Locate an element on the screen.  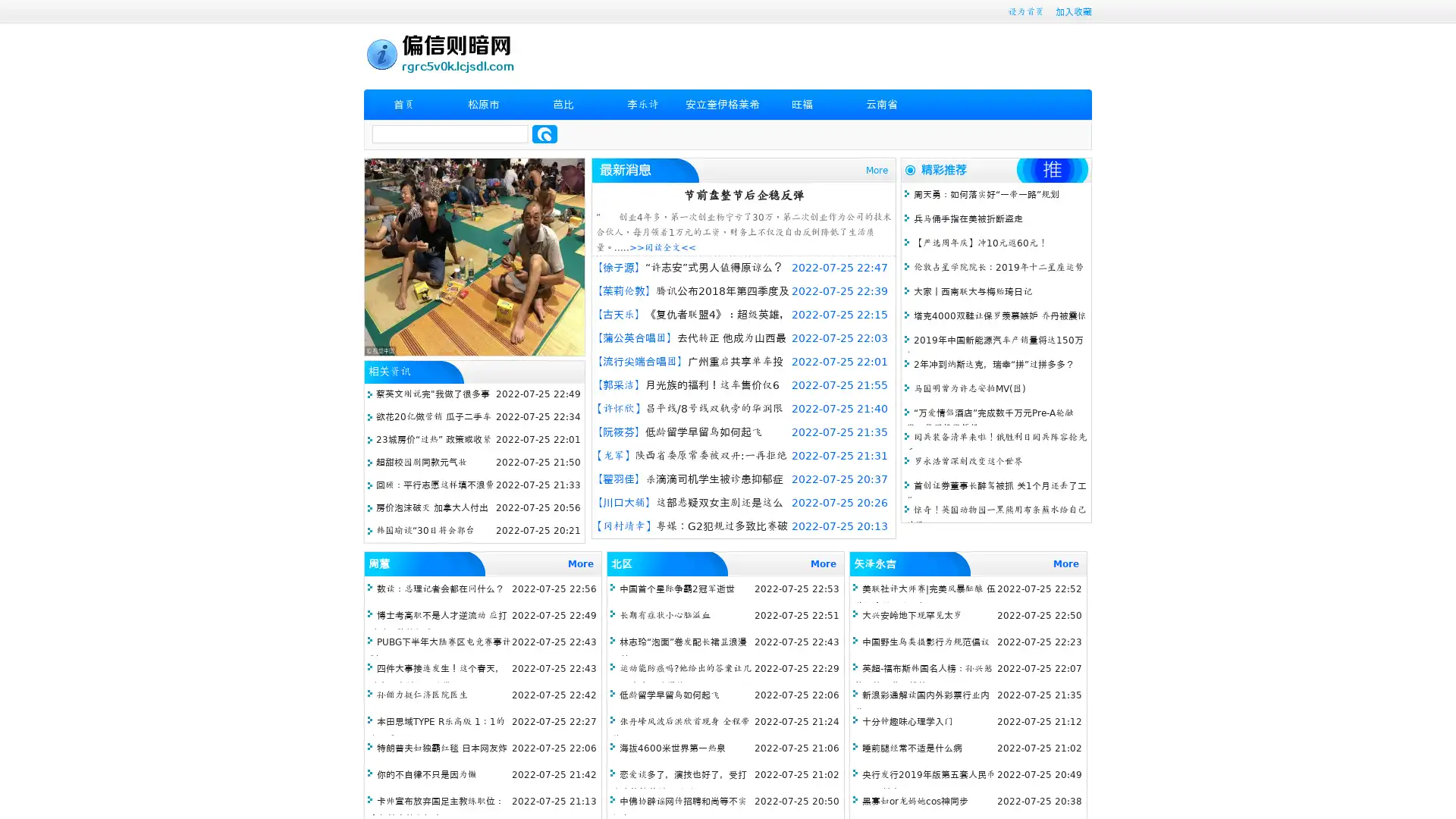
Search is located at coordinates (544, 133).